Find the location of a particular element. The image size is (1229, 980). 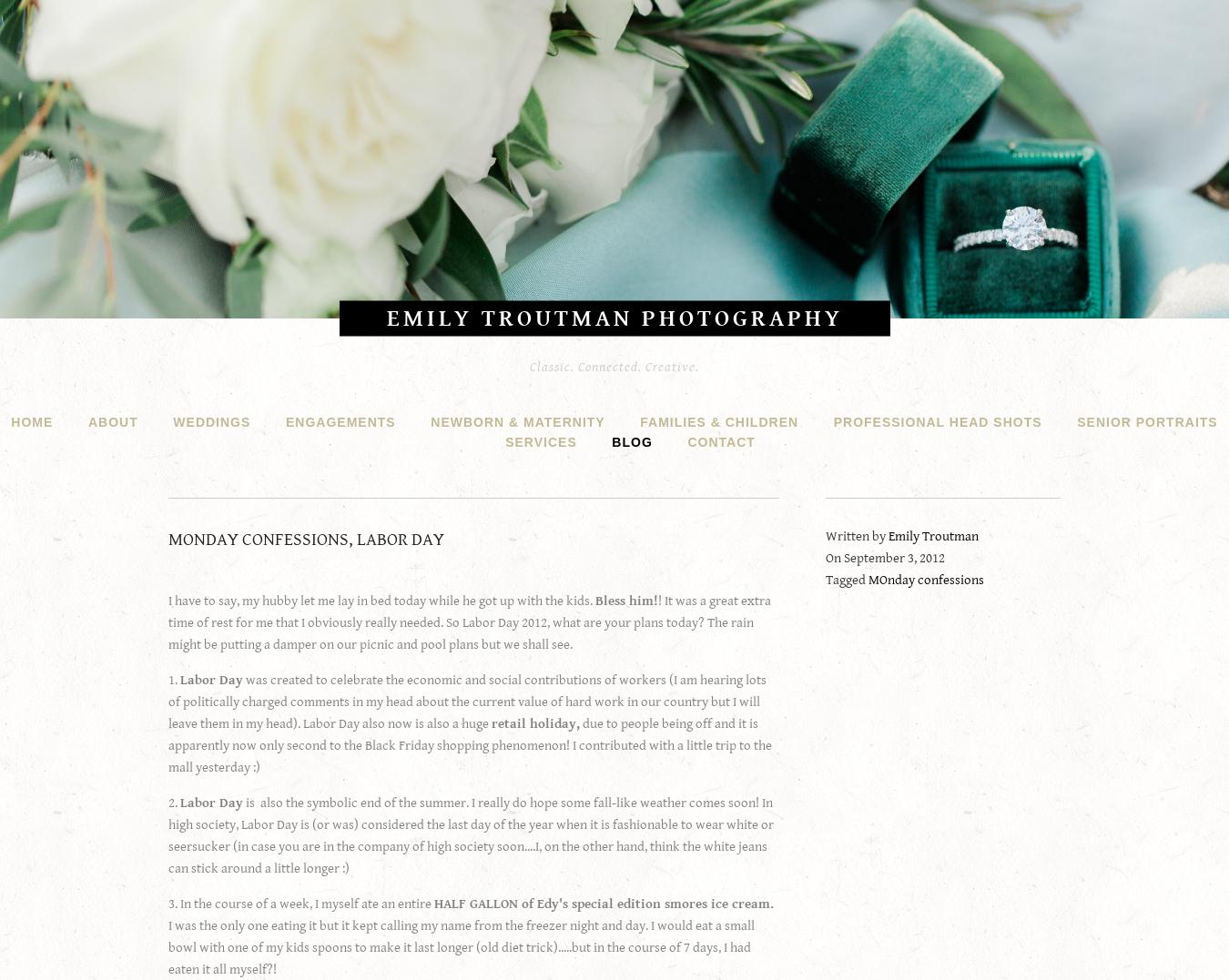

'Newborn & Maternity' is located at coordinates (517, 421).